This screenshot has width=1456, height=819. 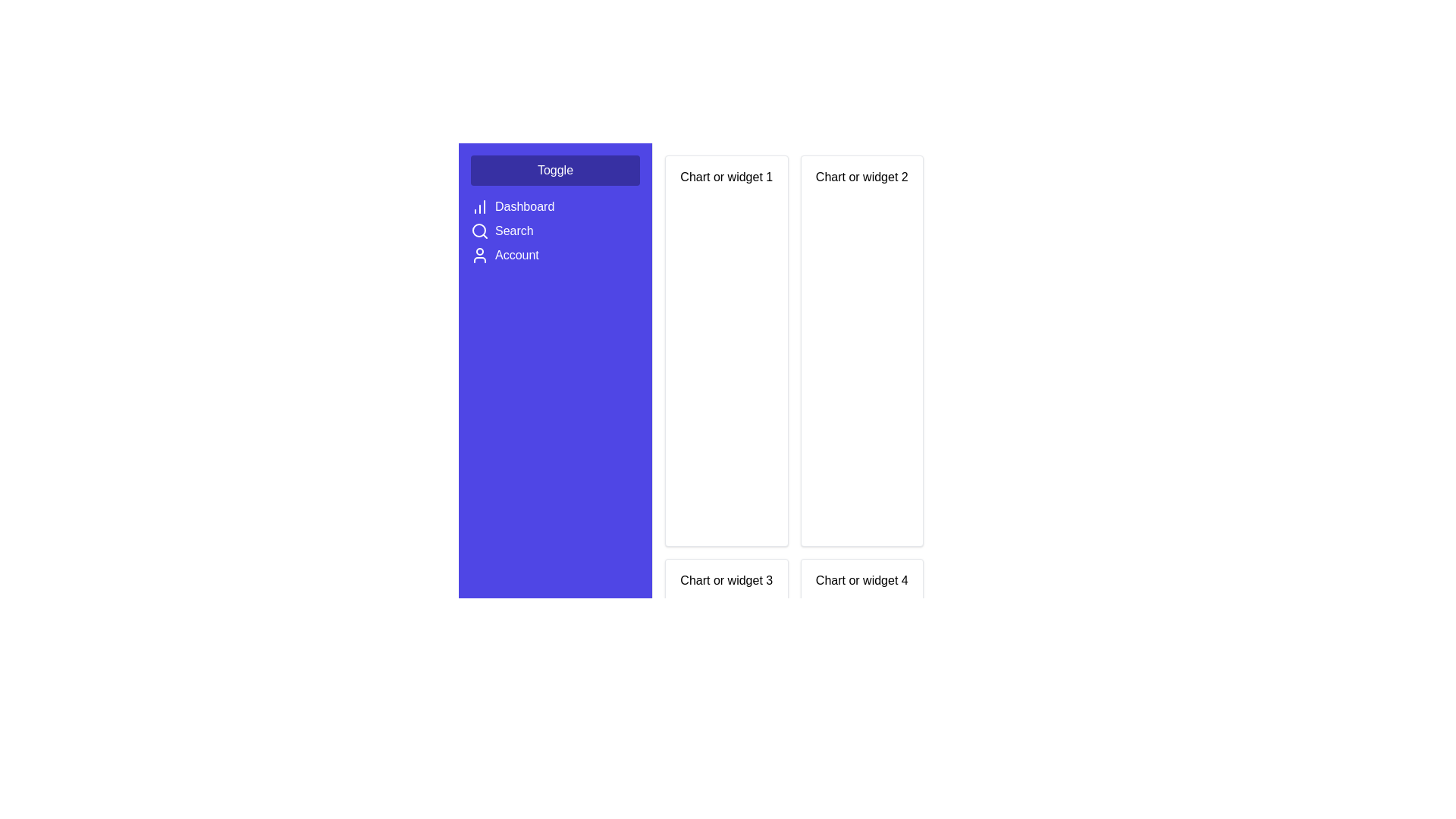 What do you see at coordinates (554, 254) in the screenshot?
I see `the 'Account' navigation menu item, which is the third item in the vertical sidebar` at bounding box center [554, 254].